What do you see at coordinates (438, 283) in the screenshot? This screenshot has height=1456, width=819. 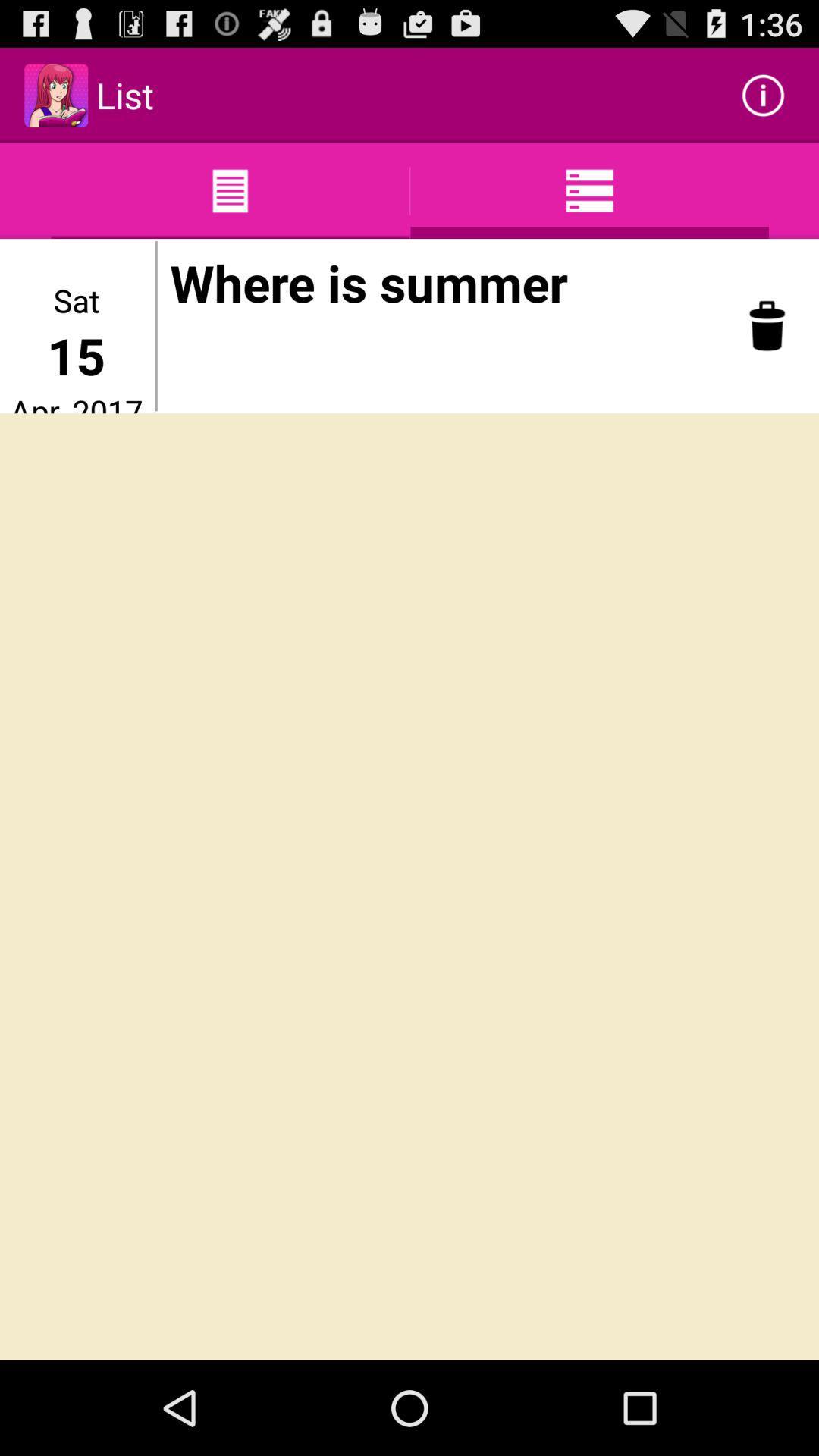 I see `item at the top` at bounding box center [438, 283].